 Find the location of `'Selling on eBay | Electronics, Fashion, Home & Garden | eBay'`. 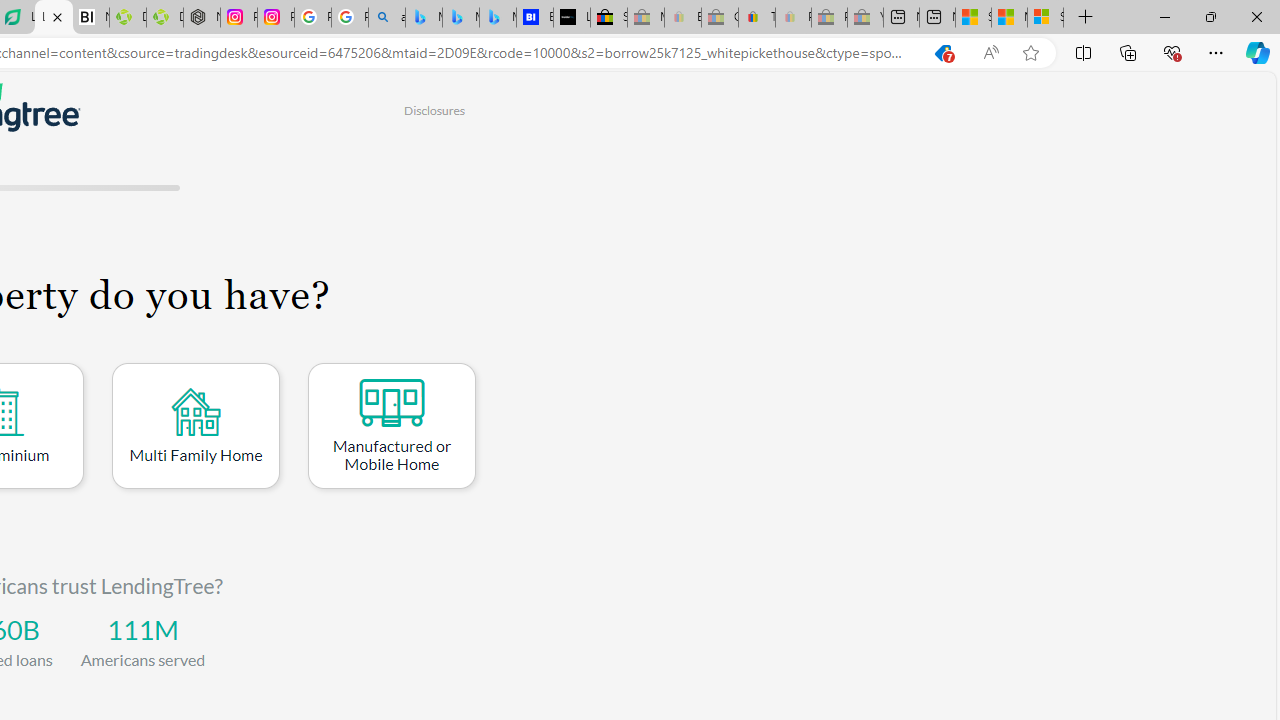

'Selling on eBay | Electronics, Fashion, Home & Garden | eBay' is located at coordinates (608, 17).